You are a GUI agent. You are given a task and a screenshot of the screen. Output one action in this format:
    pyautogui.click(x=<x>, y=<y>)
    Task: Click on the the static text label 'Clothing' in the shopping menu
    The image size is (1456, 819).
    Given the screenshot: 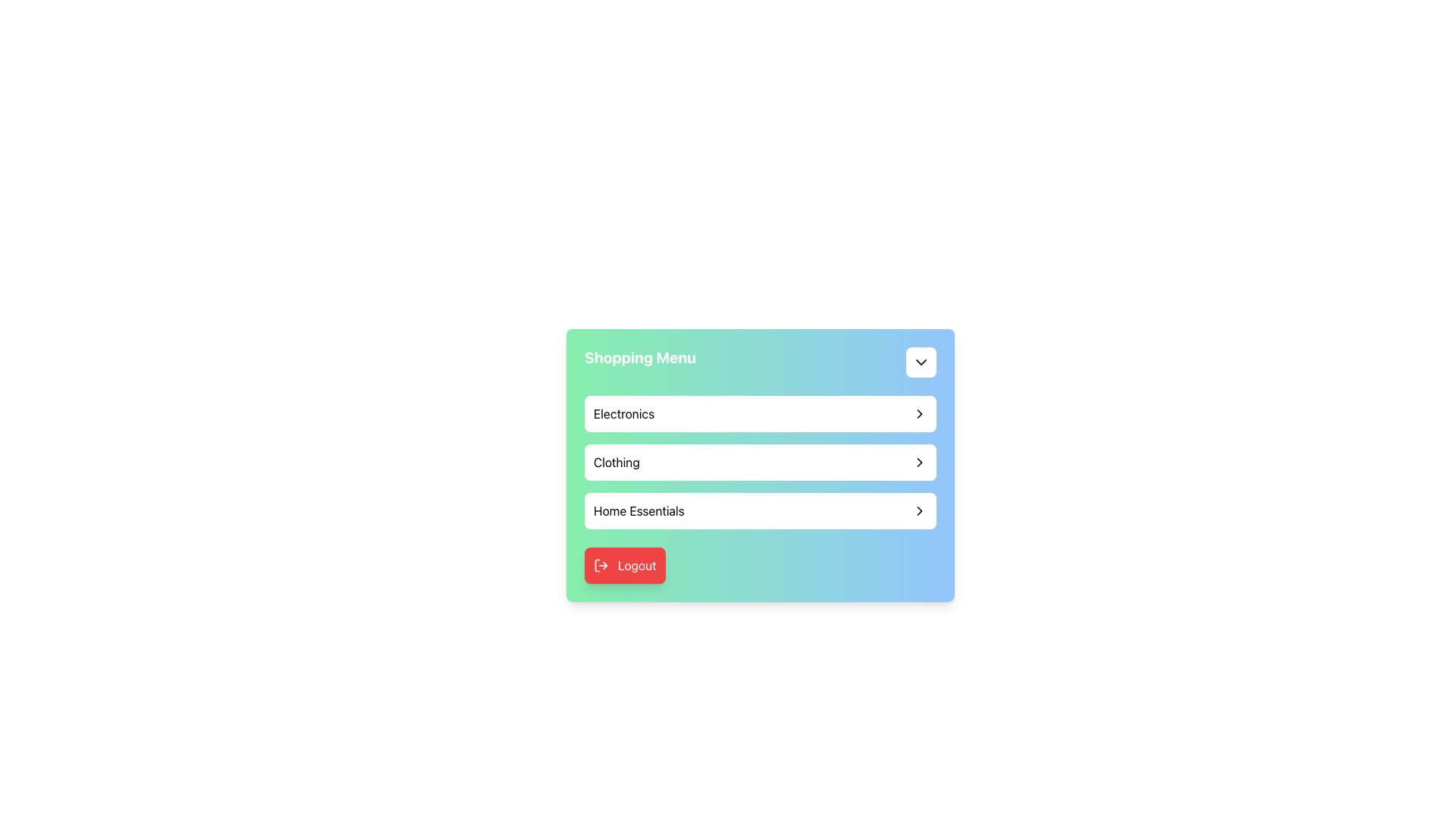 What is the action you would take?
    pyautogui.click(x=617, y=461)
    